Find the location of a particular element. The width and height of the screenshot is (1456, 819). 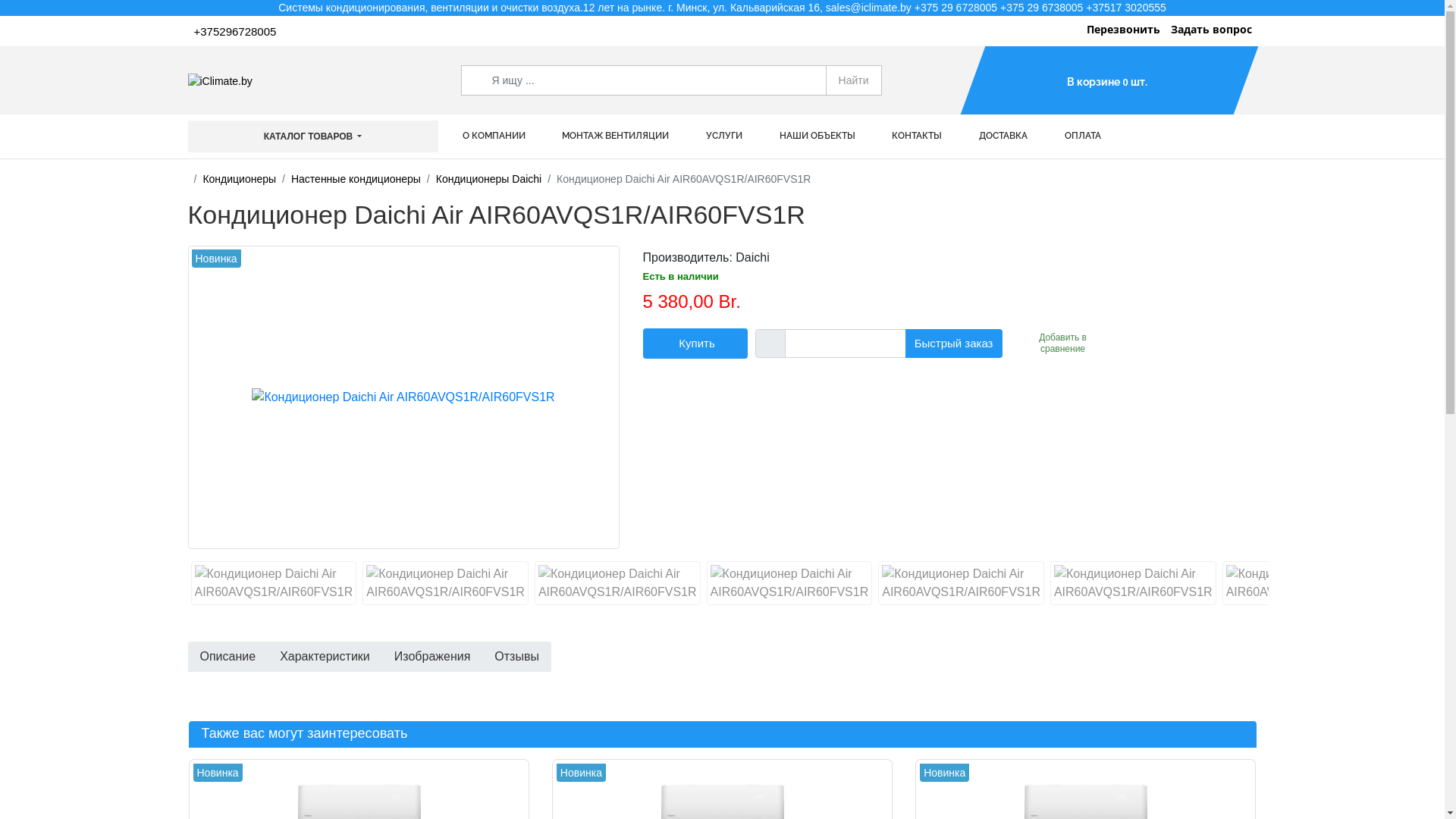

'+375296728005' is located at coordinates (235, 32).